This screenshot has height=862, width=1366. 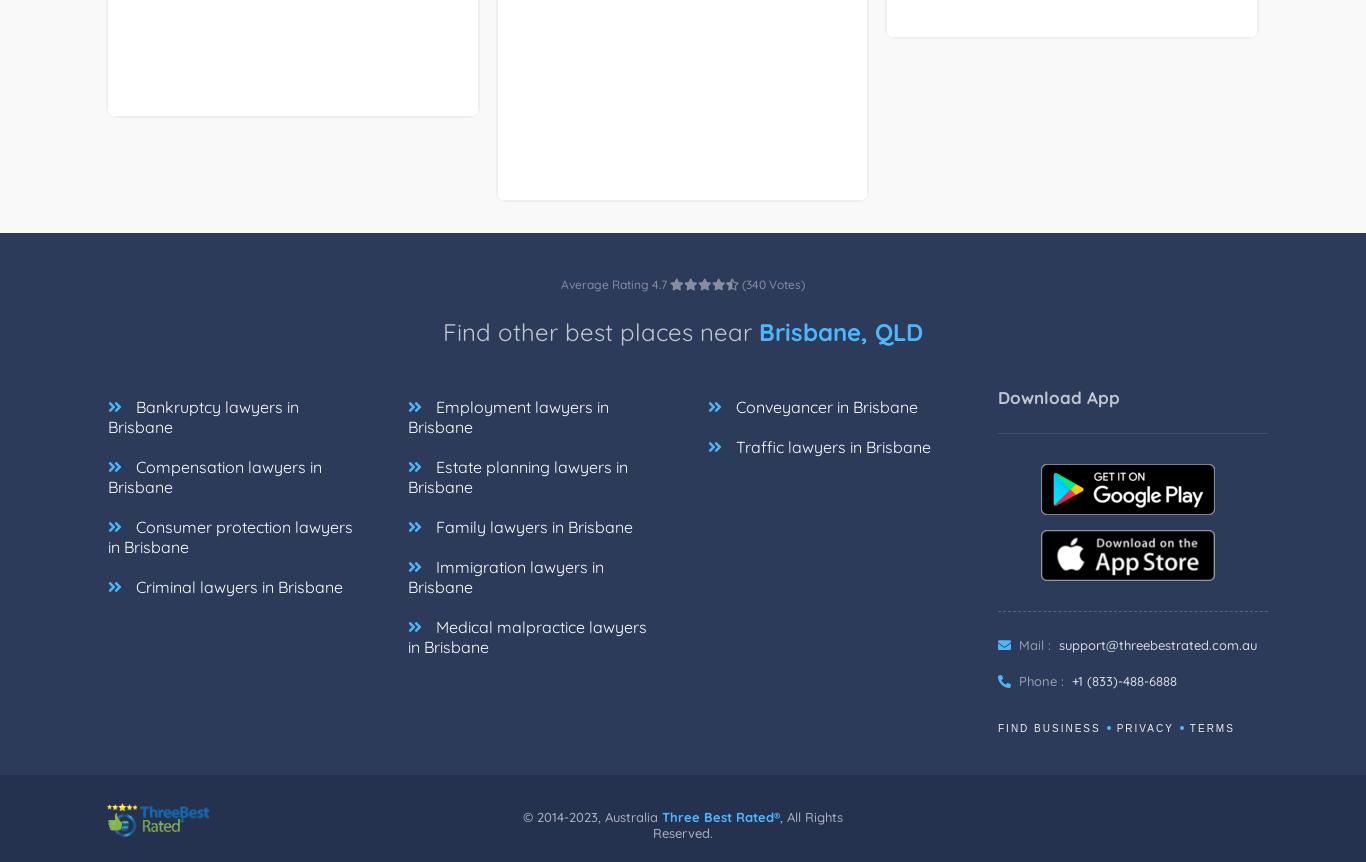 What do you see at coordinates (600, 354) in the screenshot?
I see `'Find other best places near'` at bounding box center [600, 354].